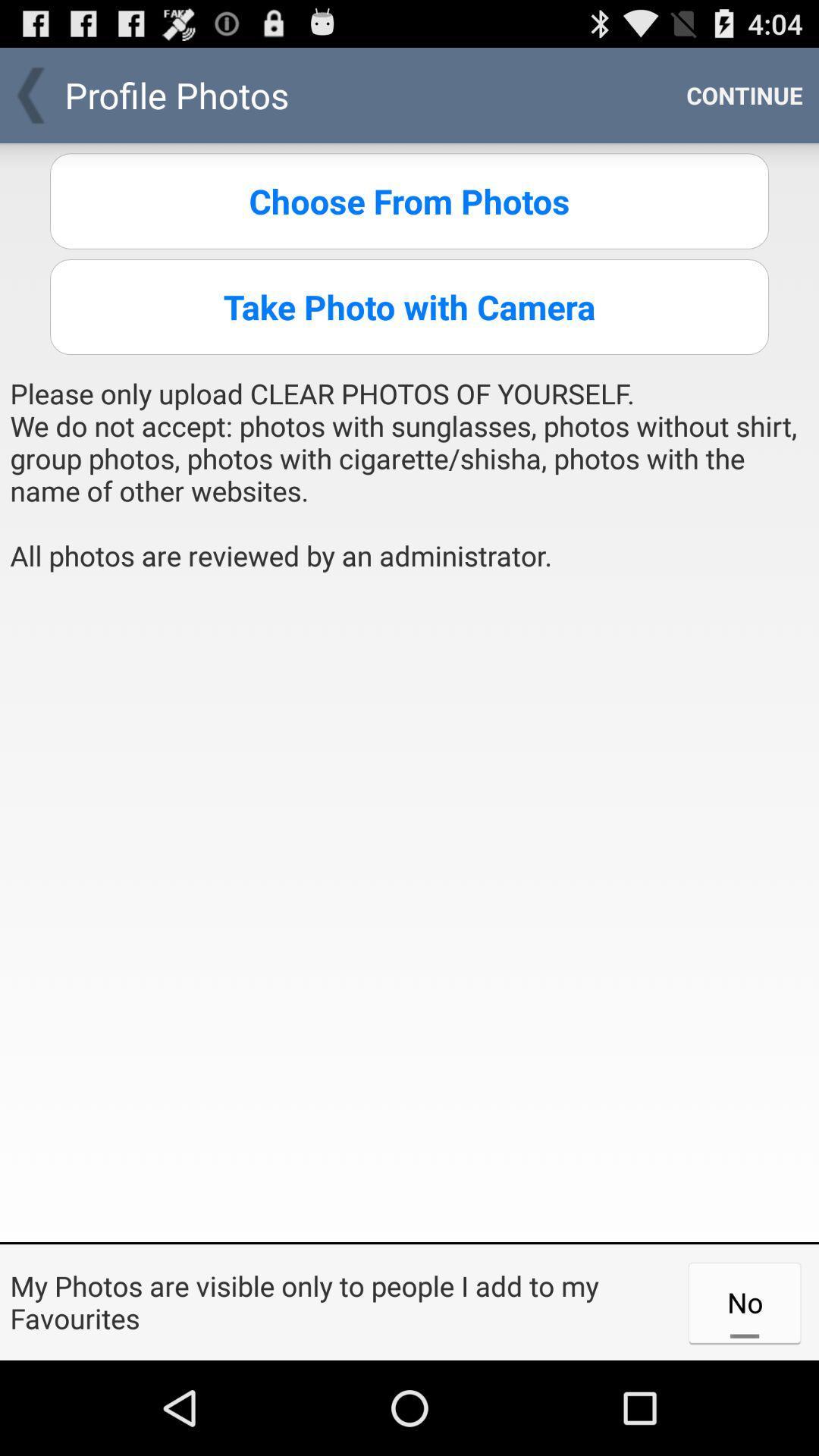 This screenshot has width=819, height=1456. Describe the element at coordinates (409, 306) in the screenshot. I see `the item above please only upload item` at that location.